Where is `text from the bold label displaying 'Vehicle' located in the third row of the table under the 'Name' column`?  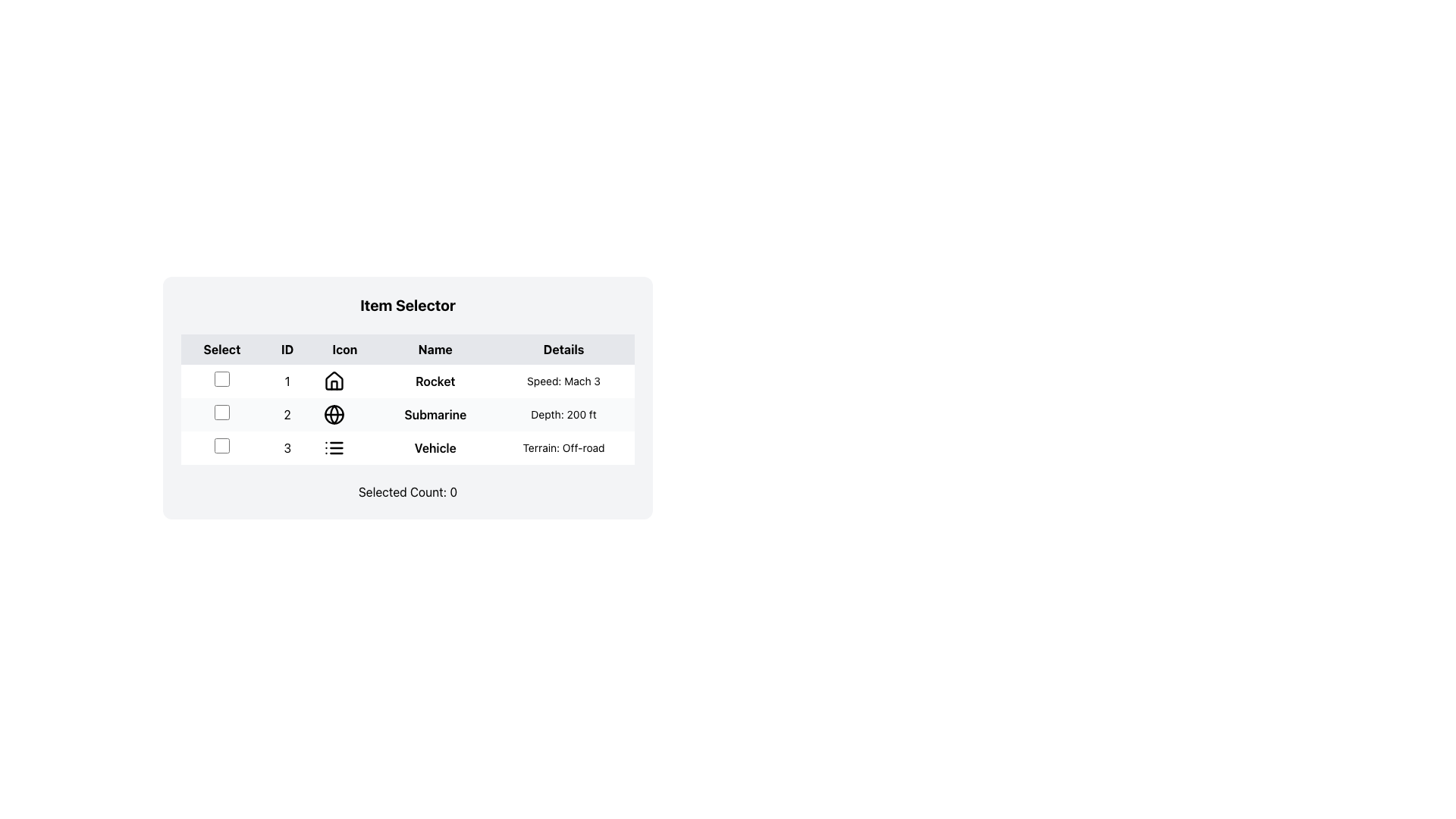
text from the bold label displaying 'Vehicle' located in the third row of the table under the 'Name' column is located at coordinates (435, 447).